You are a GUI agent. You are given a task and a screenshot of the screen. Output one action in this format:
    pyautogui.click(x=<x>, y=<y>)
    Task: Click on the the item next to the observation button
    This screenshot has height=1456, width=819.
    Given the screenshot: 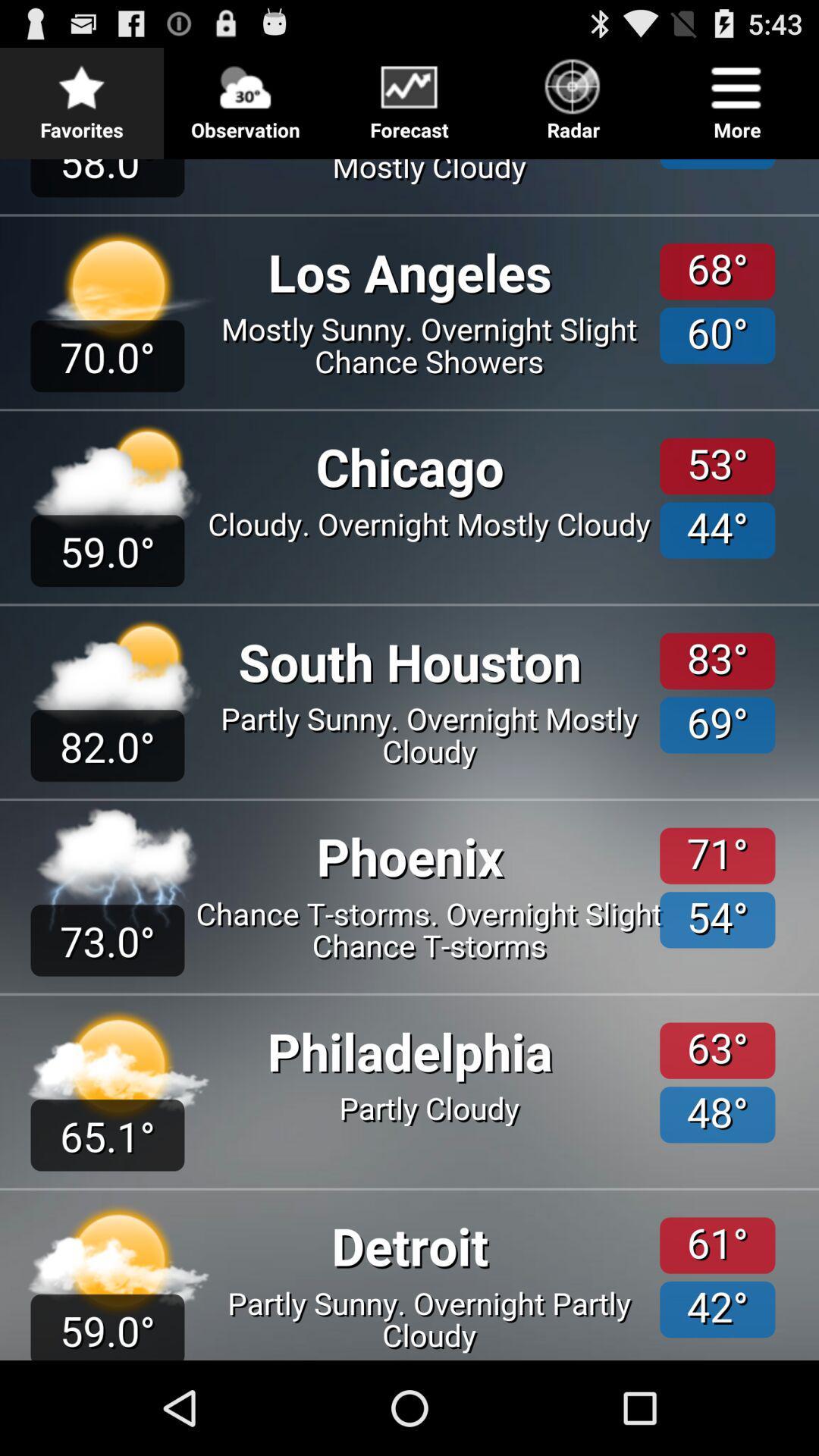 What is the action you would take?
    pyautogui.click(x=82, y=94)
    